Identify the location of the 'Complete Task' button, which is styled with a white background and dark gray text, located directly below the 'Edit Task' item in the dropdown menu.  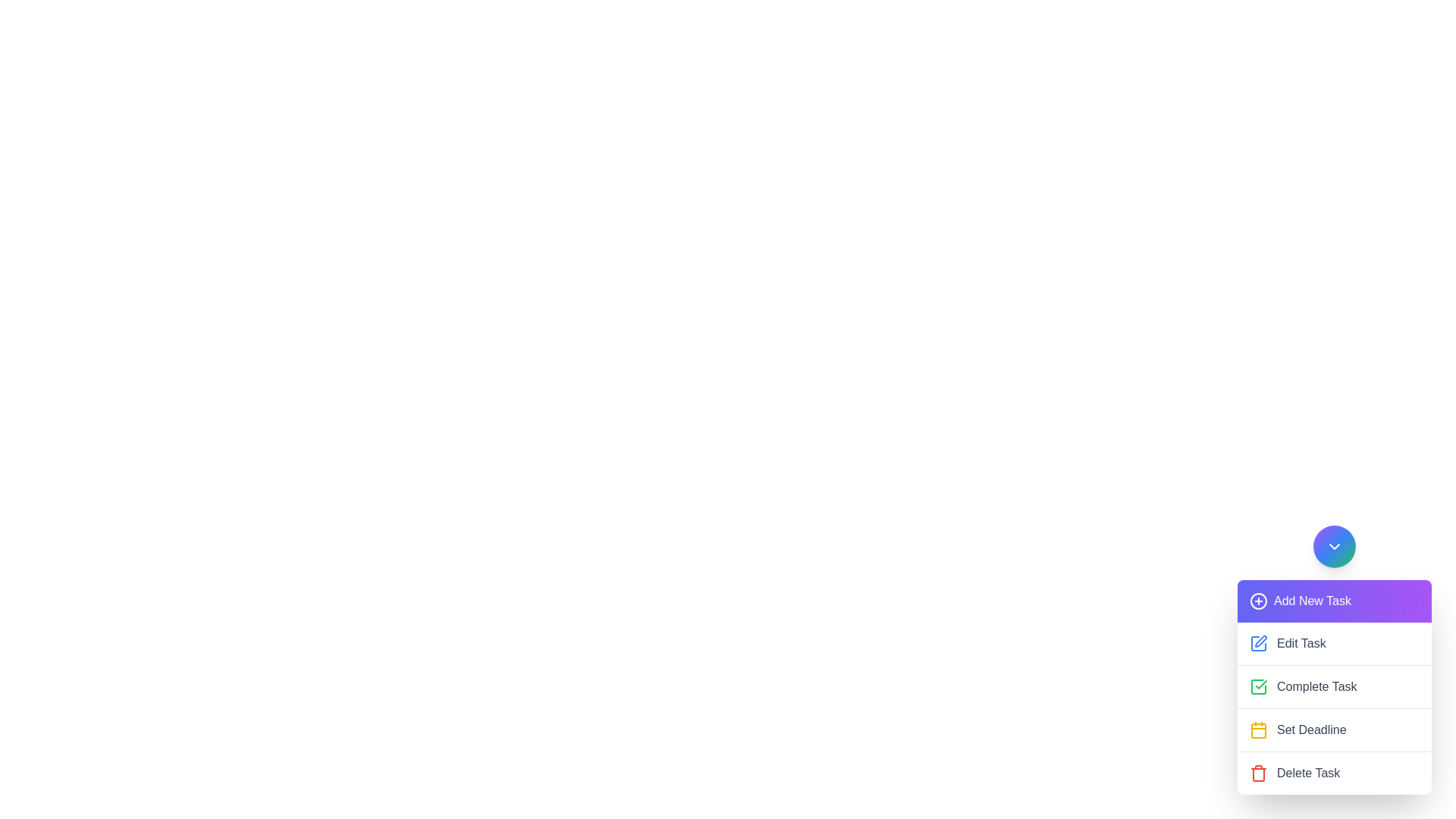
(1335, 686).